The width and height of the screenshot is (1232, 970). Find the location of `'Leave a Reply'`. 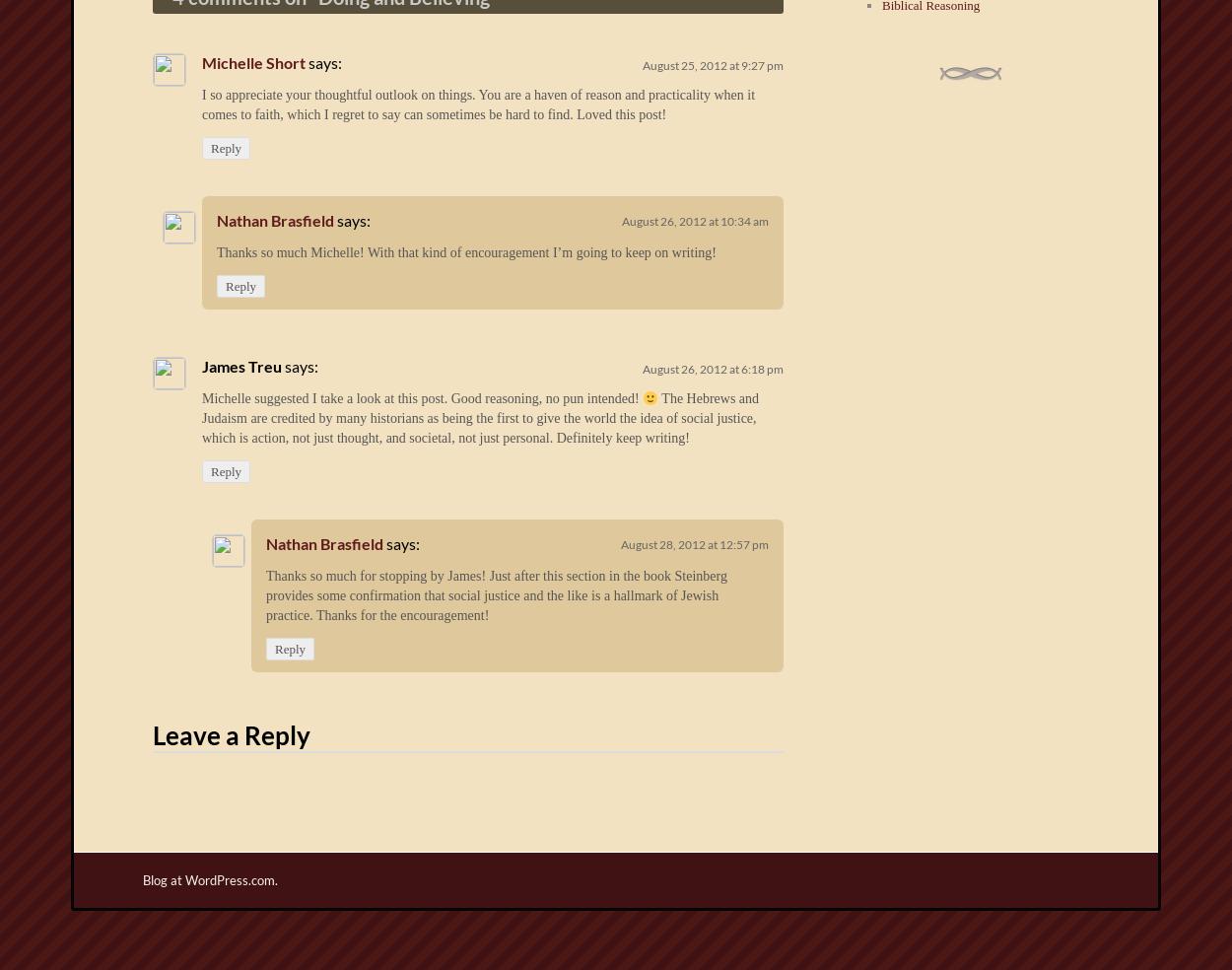

'Leave a Reply' is located at coordinates (231, 733).